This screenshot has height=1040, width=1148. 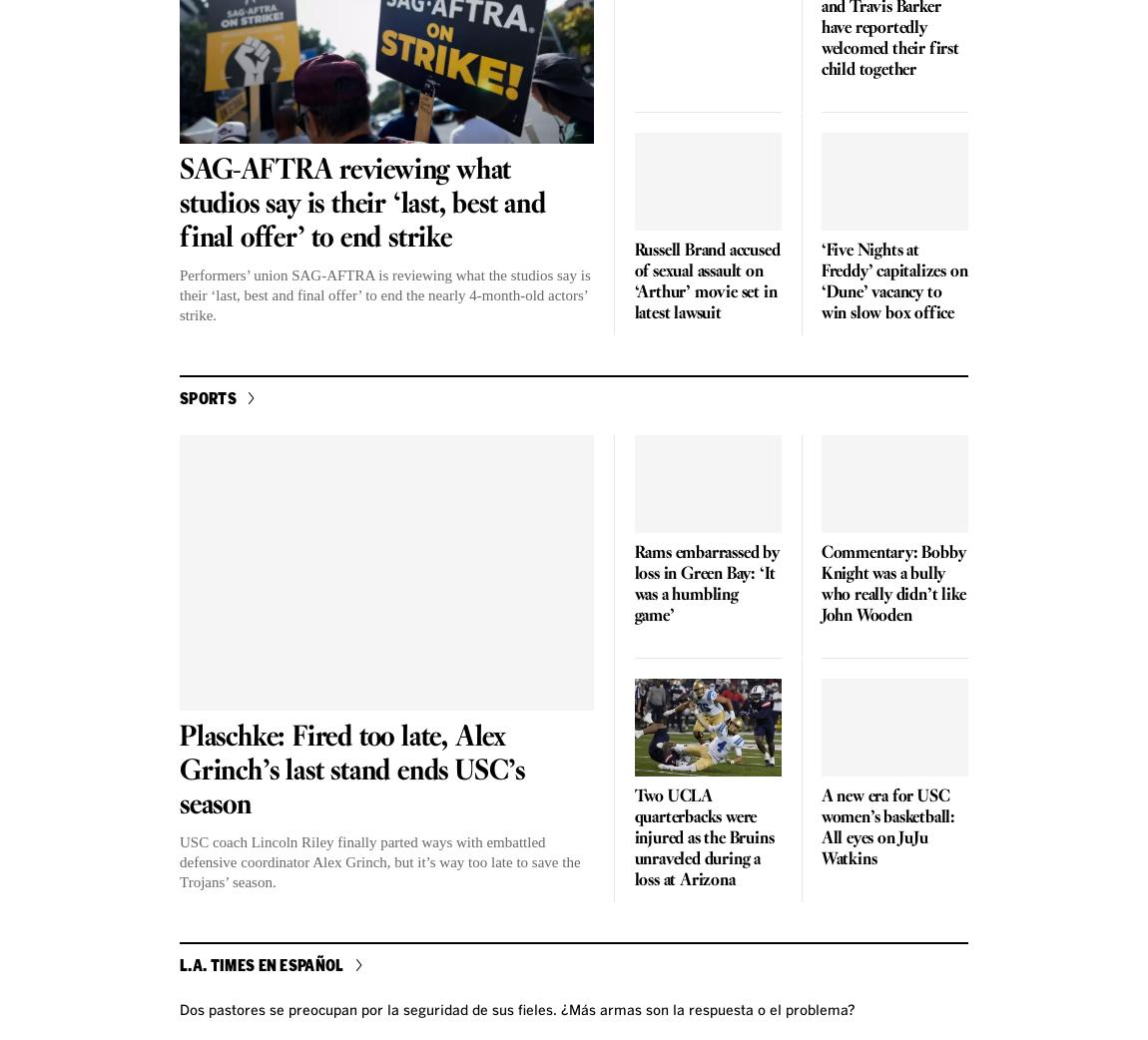 I want to click on 'Rams embarrassed by loss in Green Bay: ‘It was a humbling game’', so click(x=633, y=584).